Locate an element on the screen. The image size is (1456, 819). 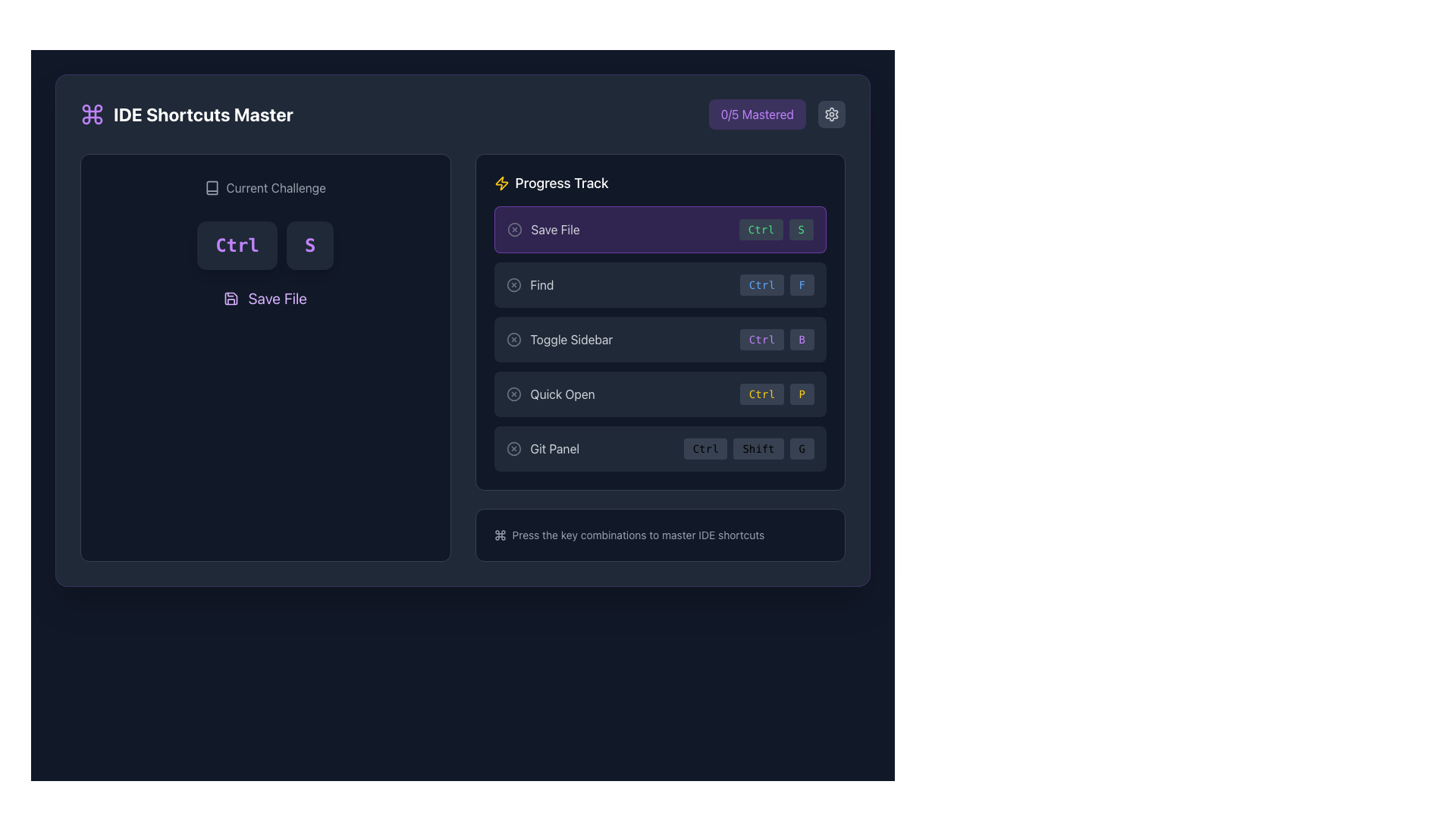
the circular icon with a cross that is the leftmost item in the 'Save File' entry of the 'Progress Track' list is located at coordinates (514, 230).